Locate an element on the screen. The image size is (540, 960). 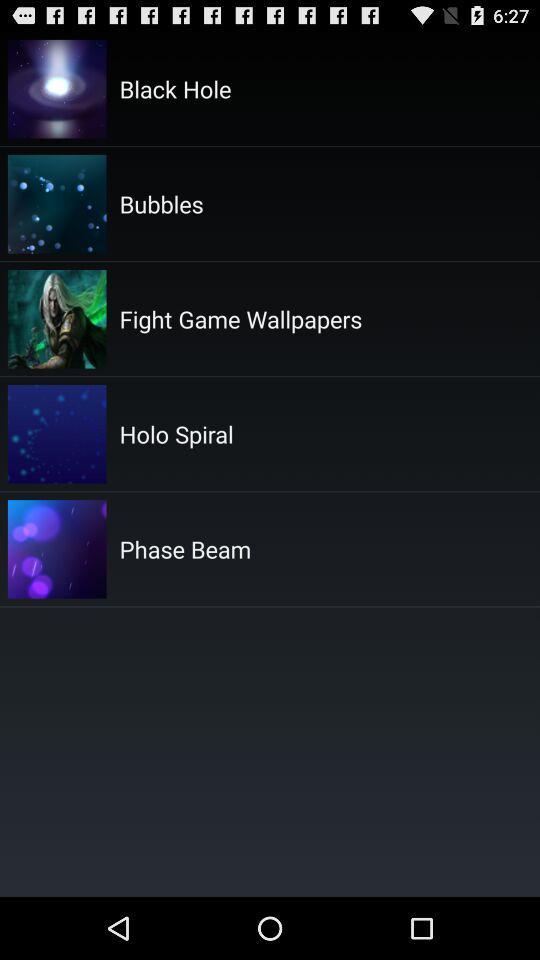
phase beam icon is located at coordinates (185, 549).